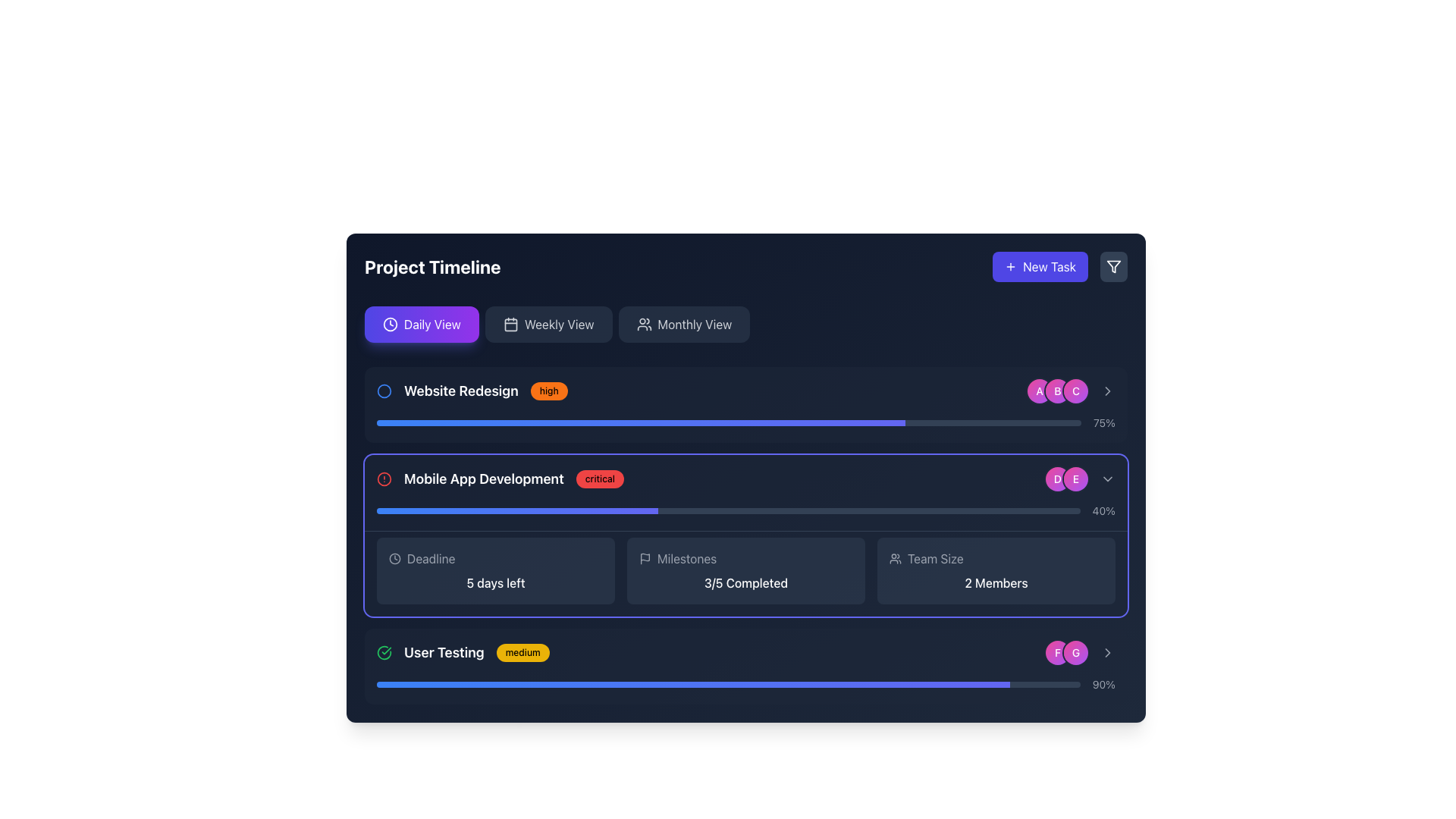 The height and width of the screenshot is (819, 1456). I want to click on the filter icon located in the top-right corner of the interface, adjacent to the 'New Task' button, so click(1113, 265).